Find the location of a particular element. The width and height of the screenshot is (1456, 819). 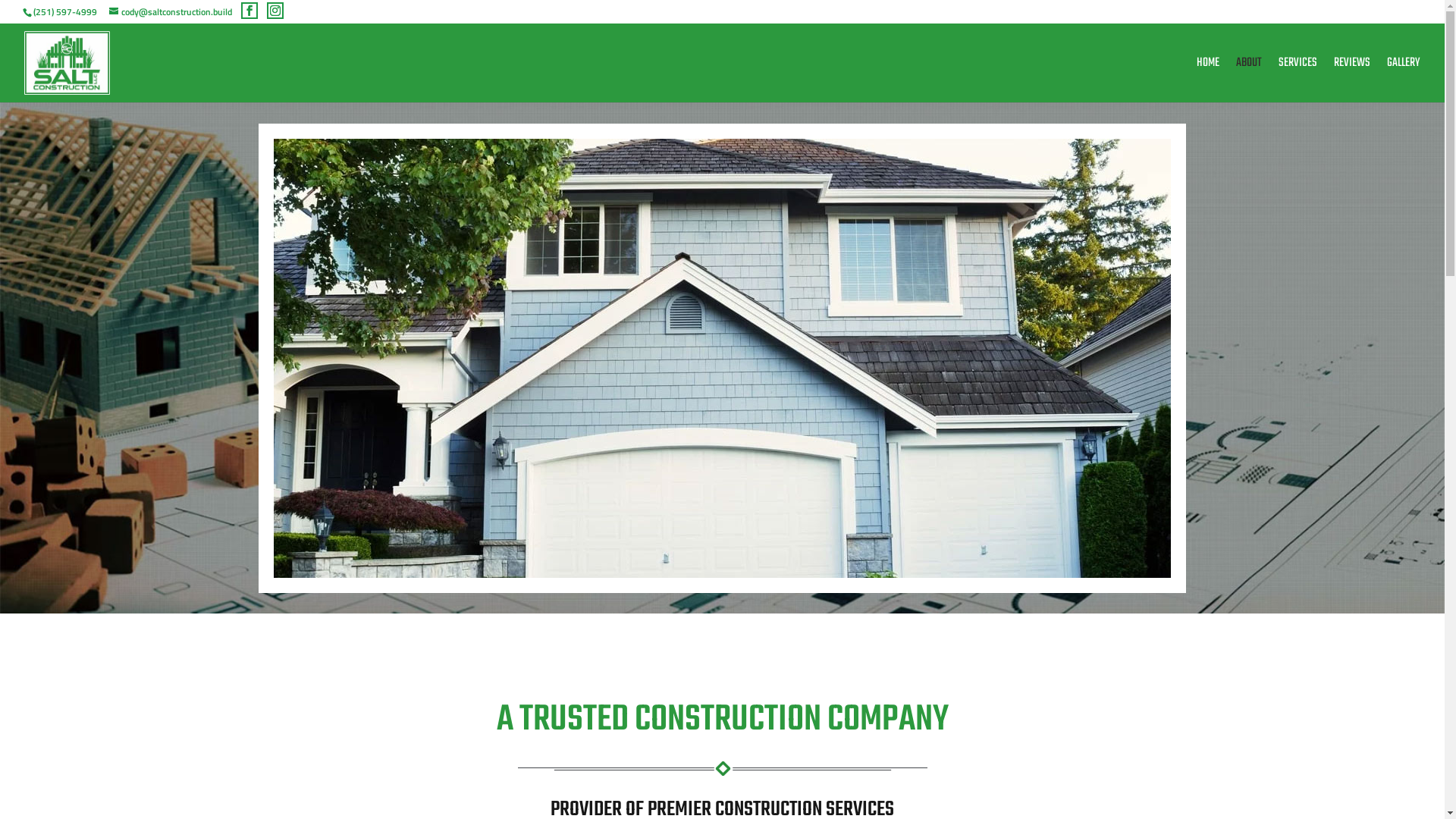

'(251) 597-4999' is located at coordinates (33, 11).